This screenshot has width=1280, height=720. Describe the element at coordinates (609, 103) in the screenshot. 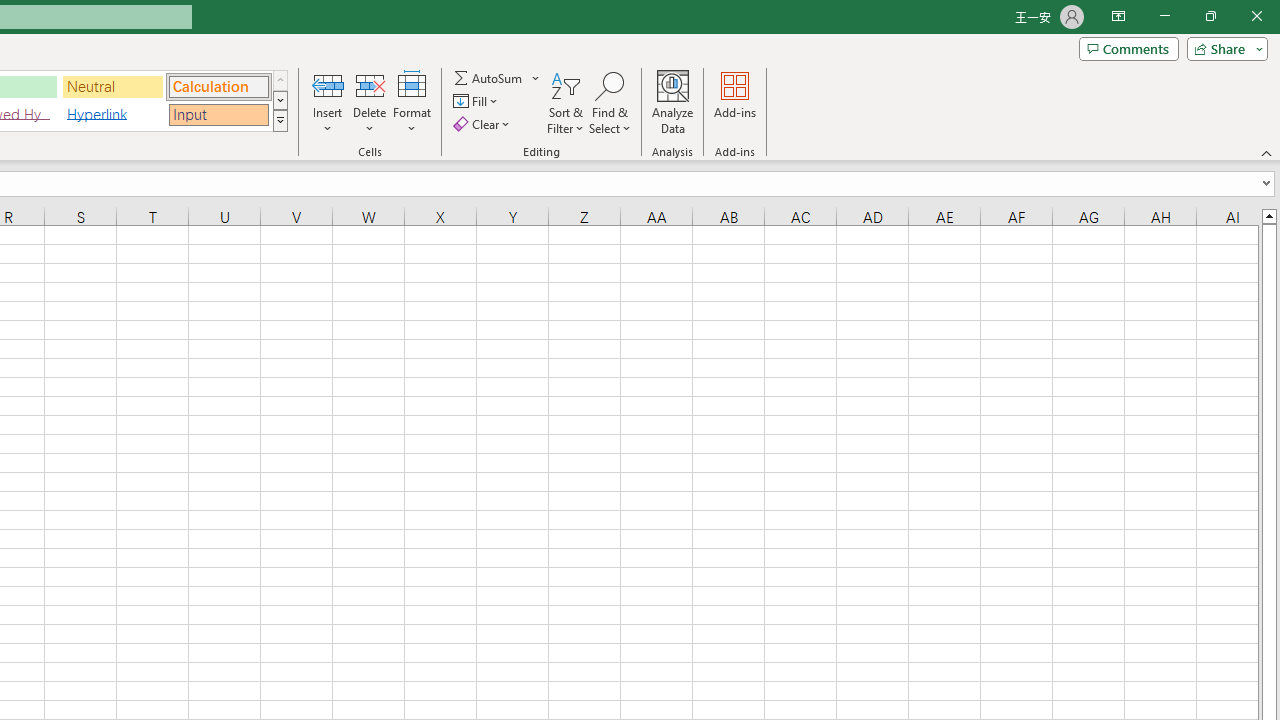

I see `'Find & Select'` at that location.